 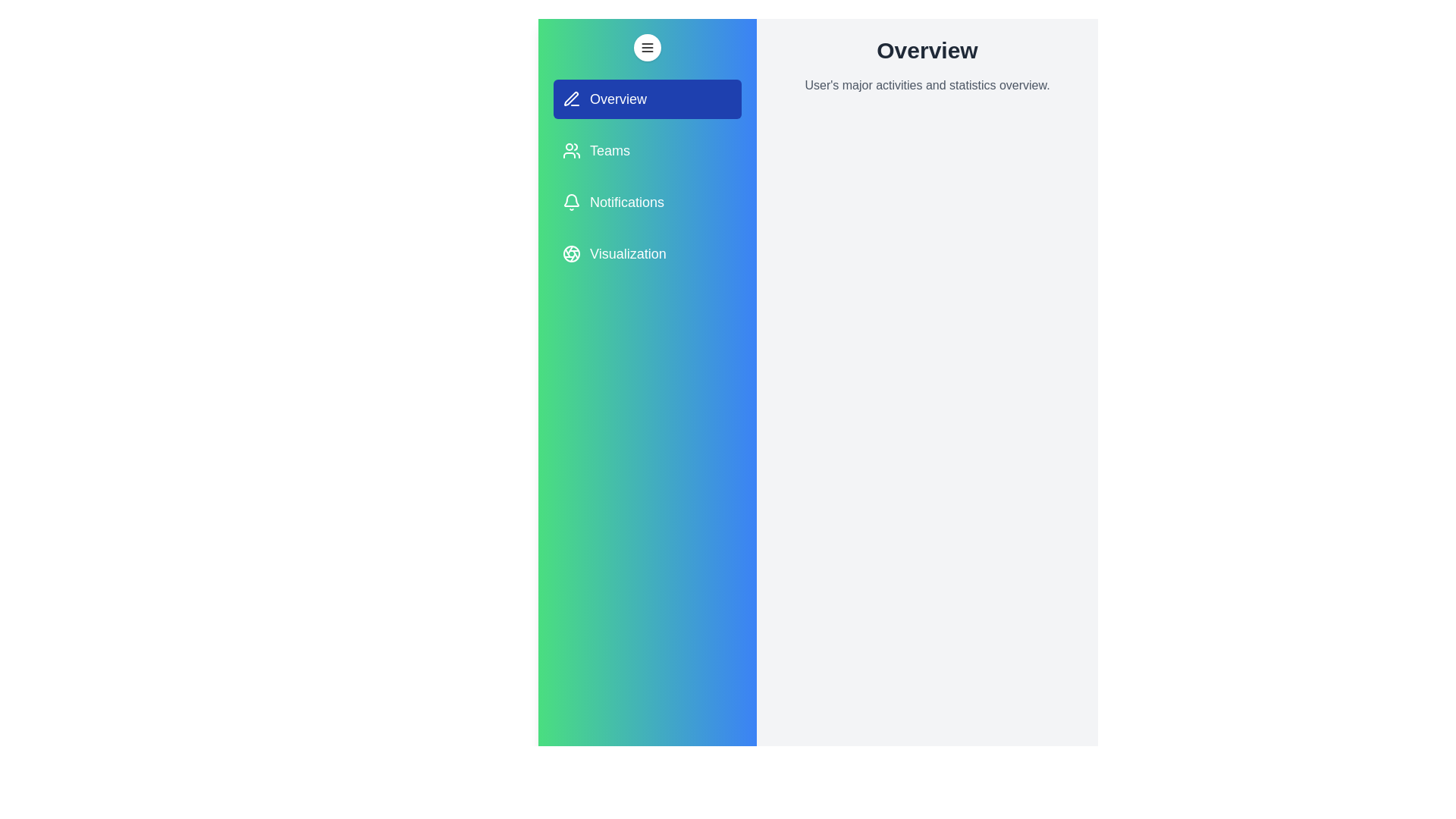 I want to click on the tab labeled Visualization from the drawer, so click(x=648, y=253).